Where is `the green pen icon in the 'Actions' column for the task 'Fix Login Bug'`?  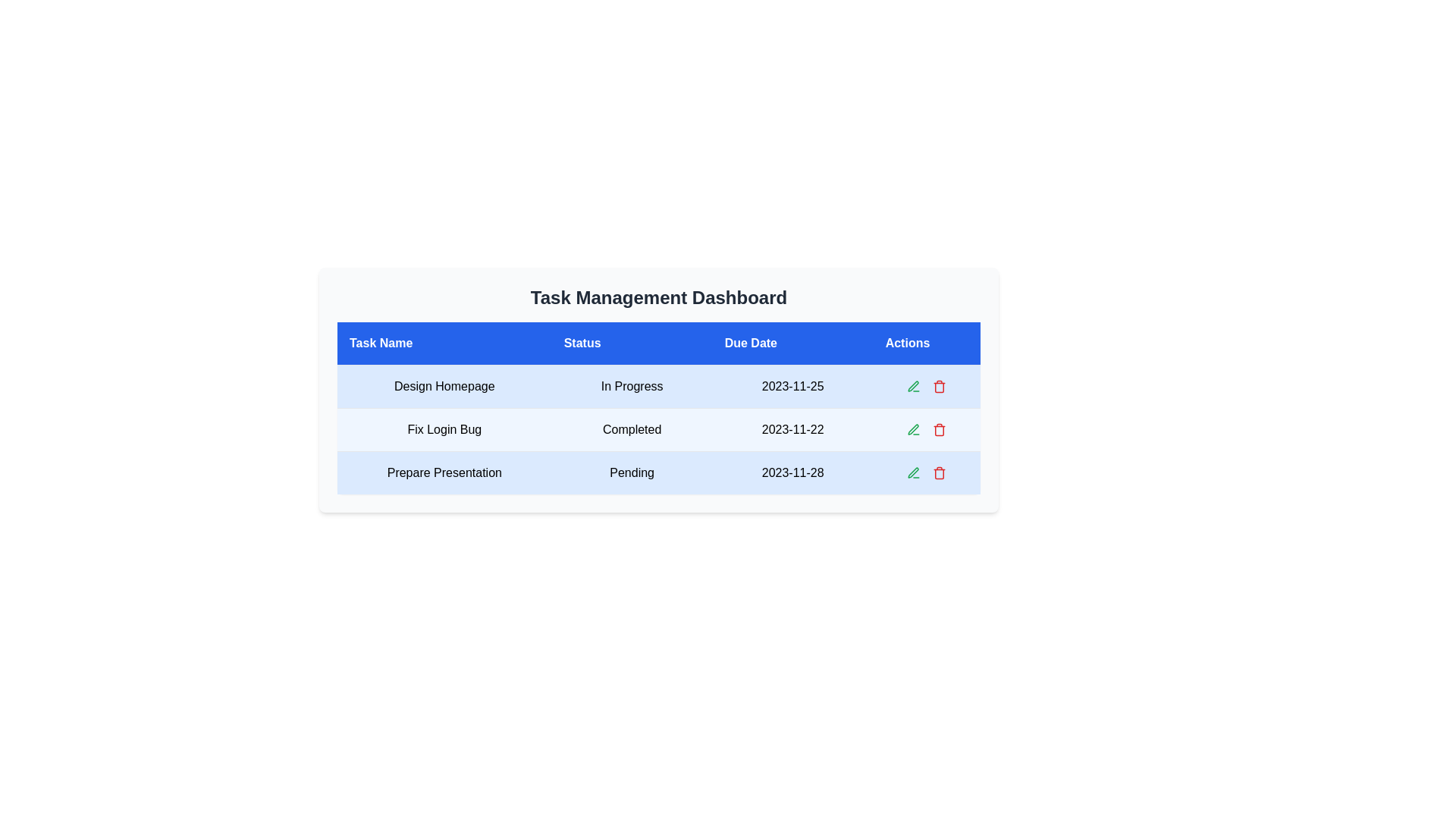
the green pen icon in the 'Actions' column for the task 'Fix Login Bug' is located at coordinates (912, 472).